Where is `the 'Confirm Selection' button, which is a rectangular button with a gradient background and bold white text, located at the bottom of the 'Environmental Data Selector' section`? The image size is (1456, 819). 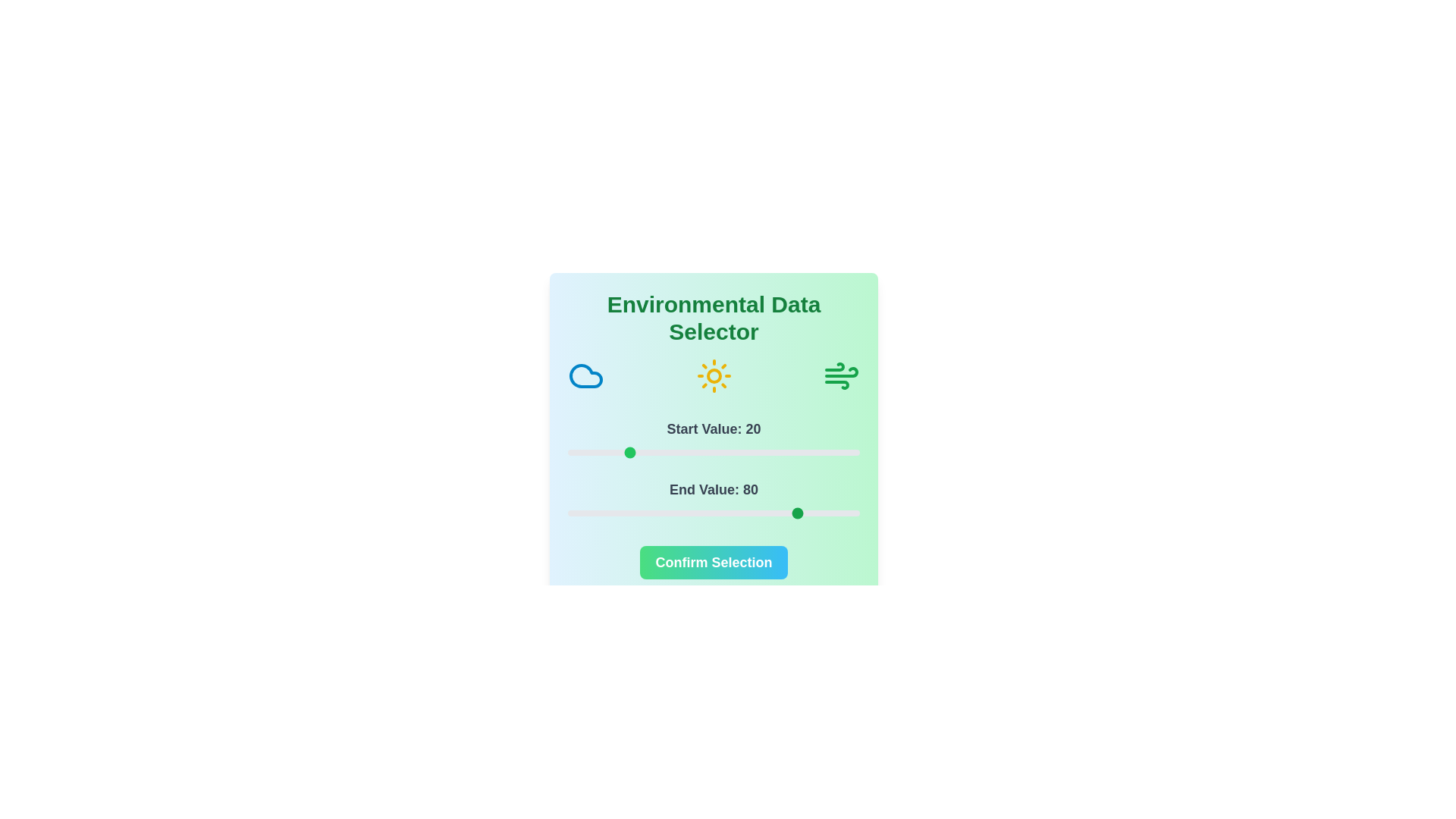 the 'Confirm Selection' button, which is a rectangular button with a gradient background and bold white text, located at the bottom of the 'Environmental Data Selector' section is located at coordinates (713, 562).